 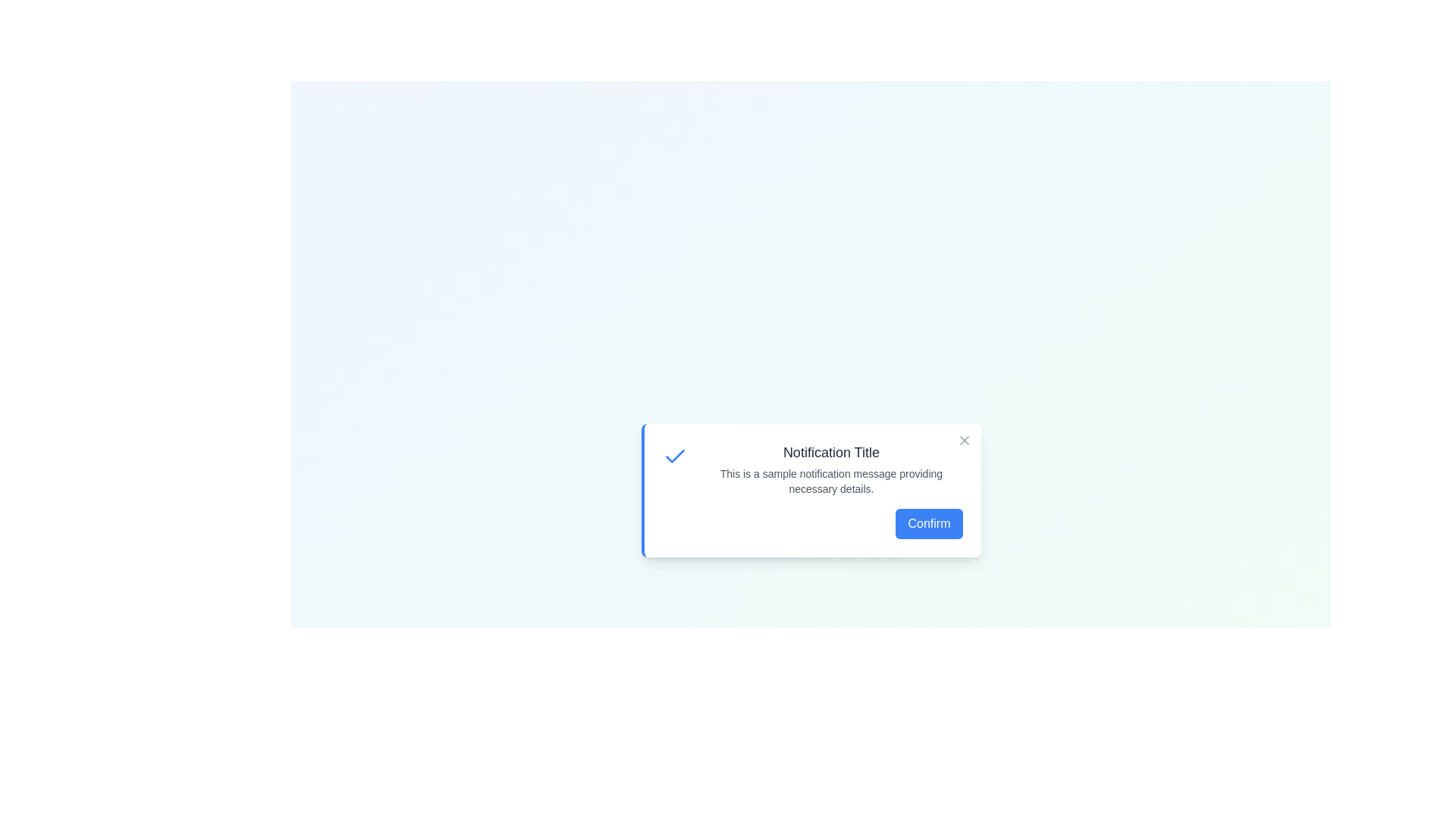 I want to click on the notification message text and copy it to the clipboard, so click(x=698, y=465).